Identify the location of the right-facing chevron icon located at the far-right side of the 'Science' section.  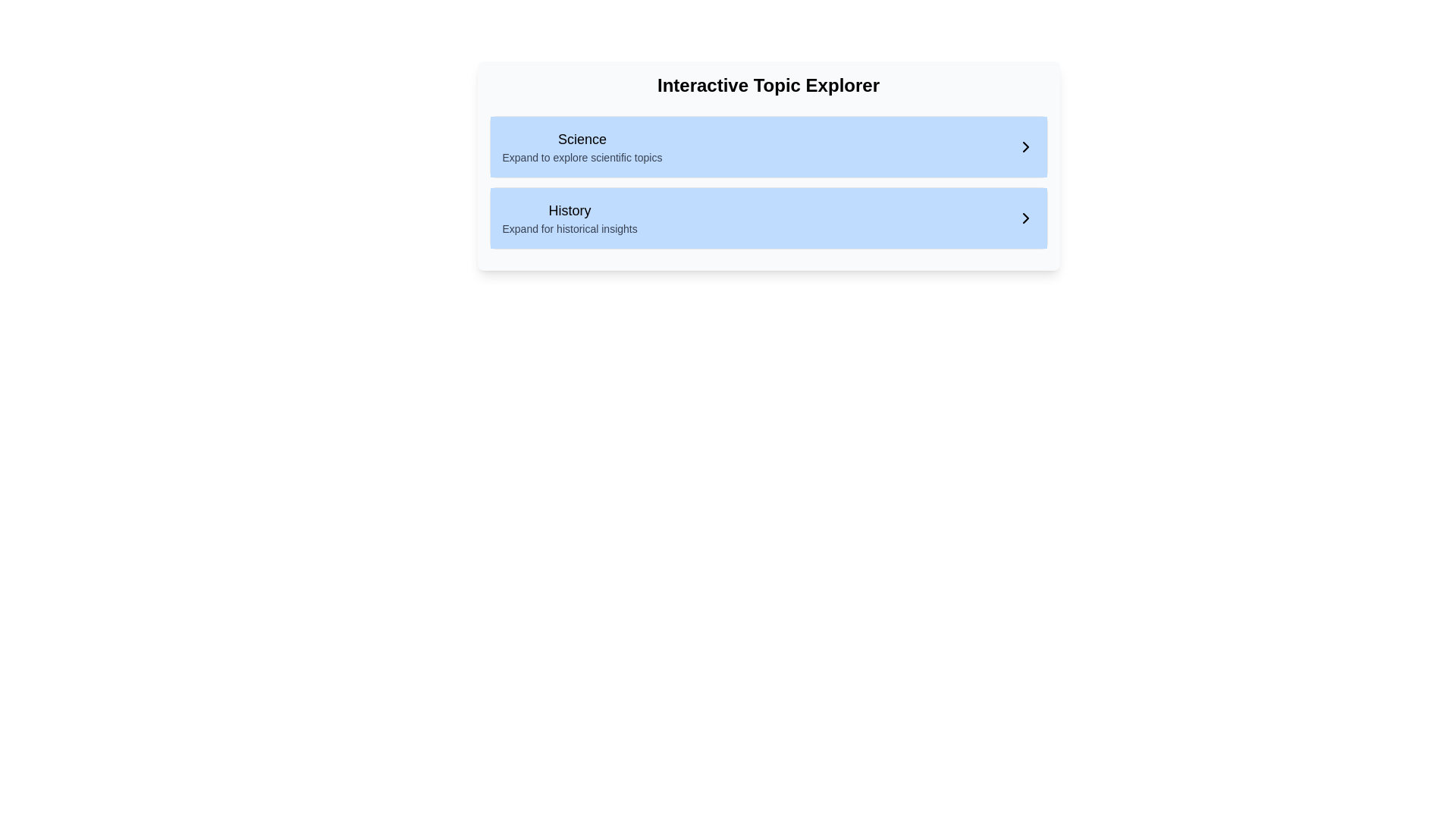
(1025, 146).